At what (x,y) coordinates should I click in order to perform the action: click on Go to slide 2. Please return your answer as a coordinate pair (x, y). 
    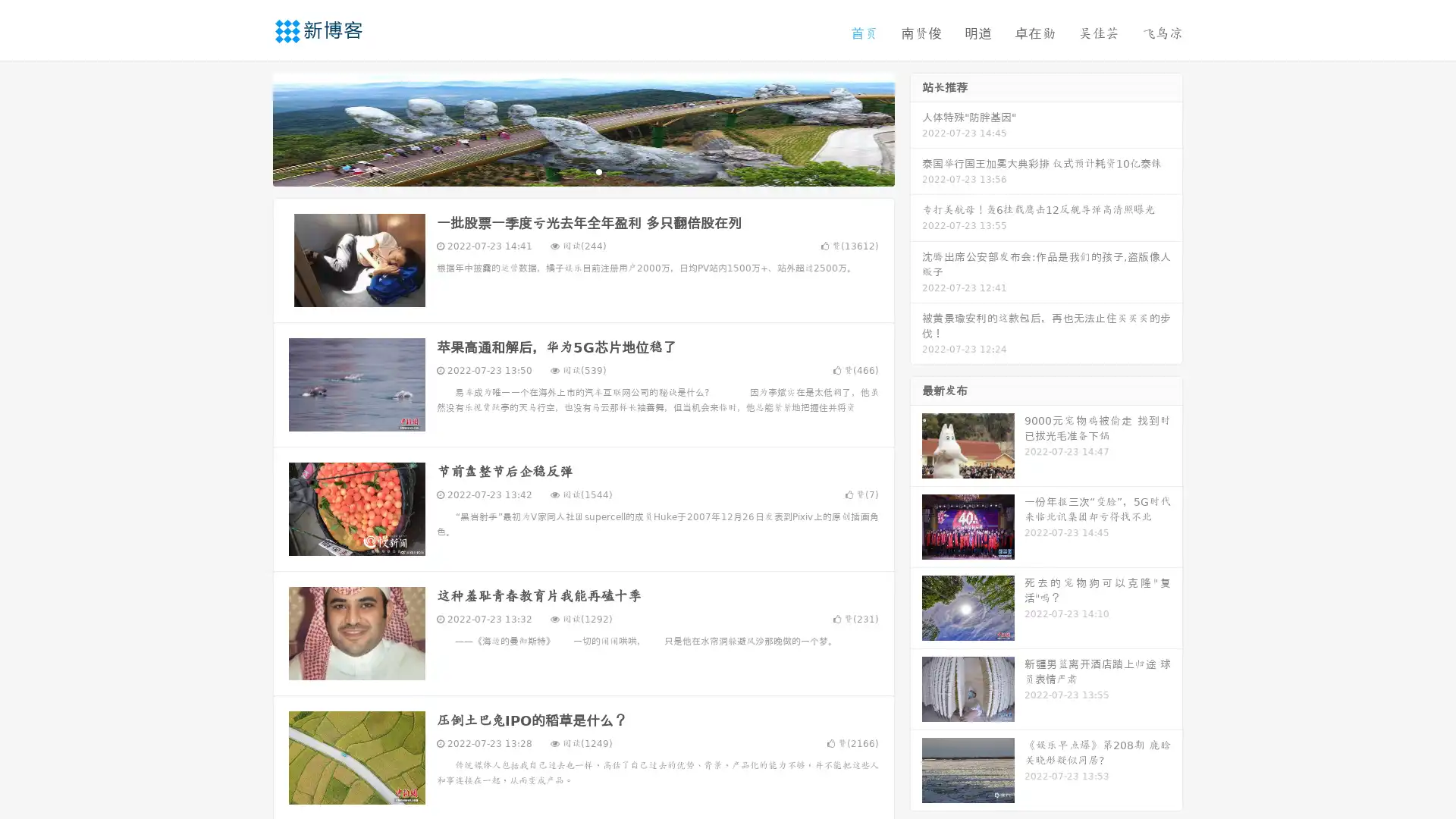
    Looking at the image, I should click on (582, 171).